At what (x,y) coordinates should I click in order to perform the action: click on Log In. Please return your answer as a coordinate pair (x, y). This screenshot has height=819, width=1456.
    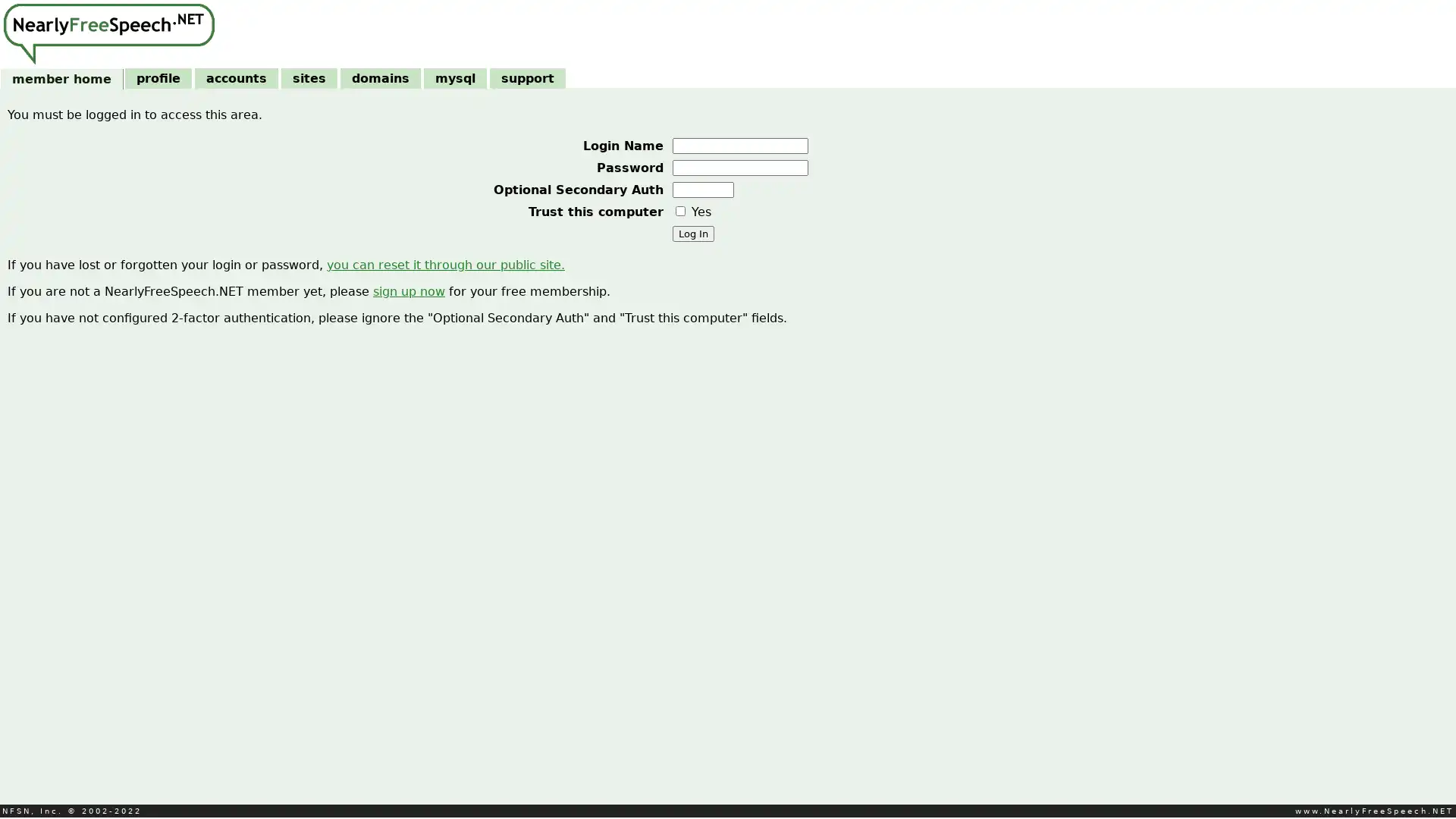
    Looking at the image, I should click on (692, 234).